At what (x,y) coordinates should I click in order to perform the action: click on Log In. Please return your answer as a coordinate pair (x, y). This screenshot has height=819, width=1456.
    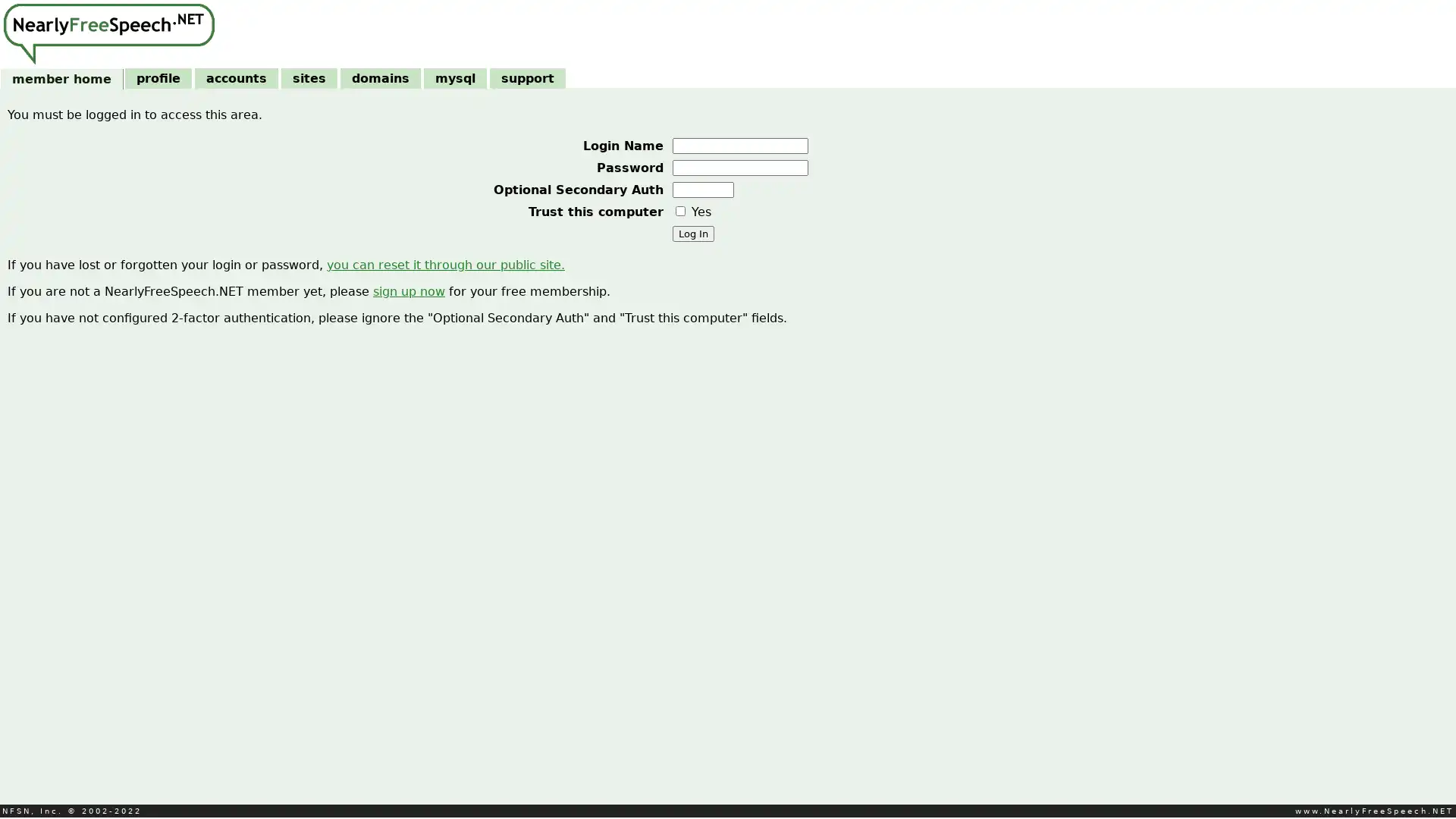
    Looking at the image, I should click on (692, 234).